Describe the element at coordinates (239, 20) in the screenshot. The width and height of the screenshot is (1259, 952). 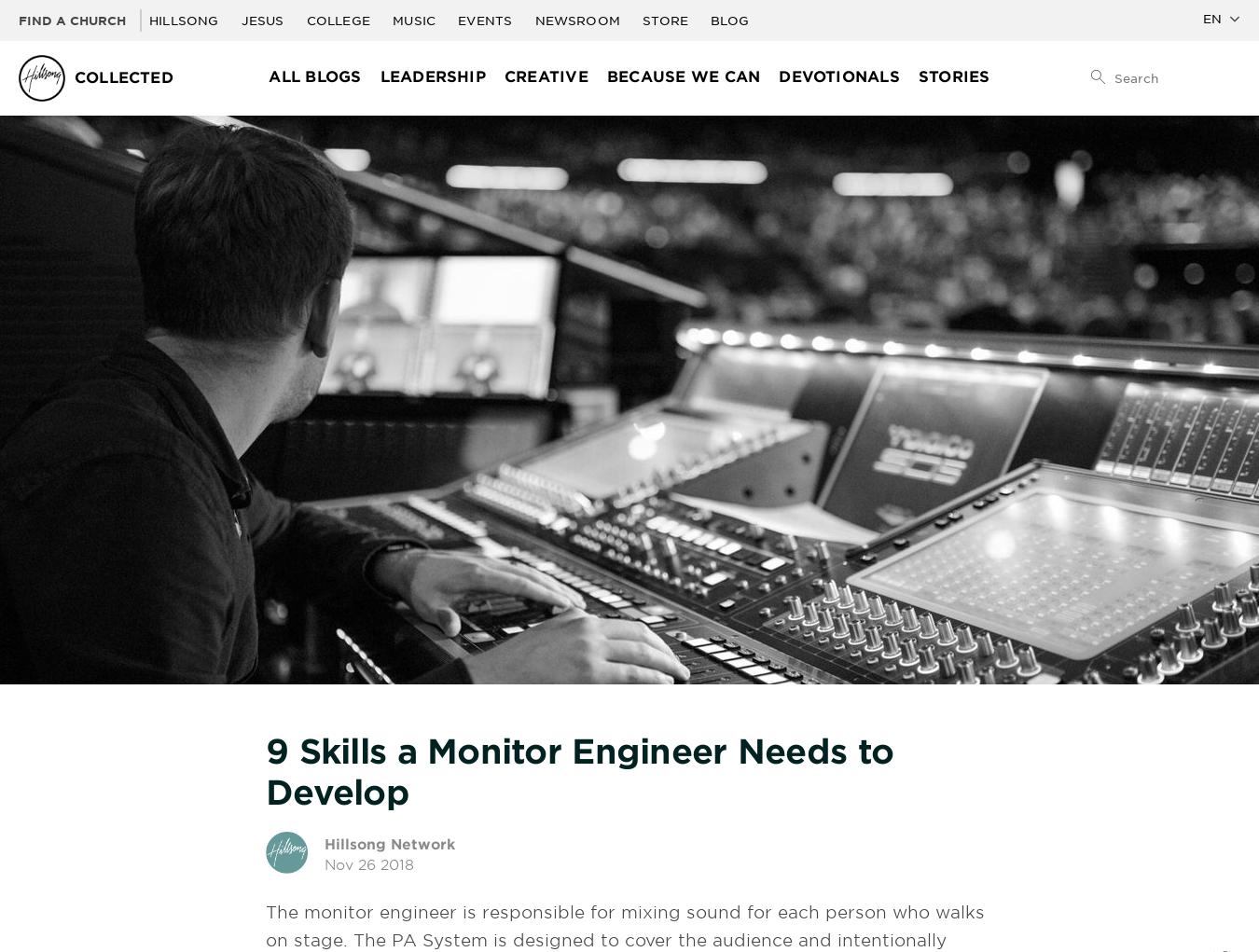
I see `'Jesus'` at that location.